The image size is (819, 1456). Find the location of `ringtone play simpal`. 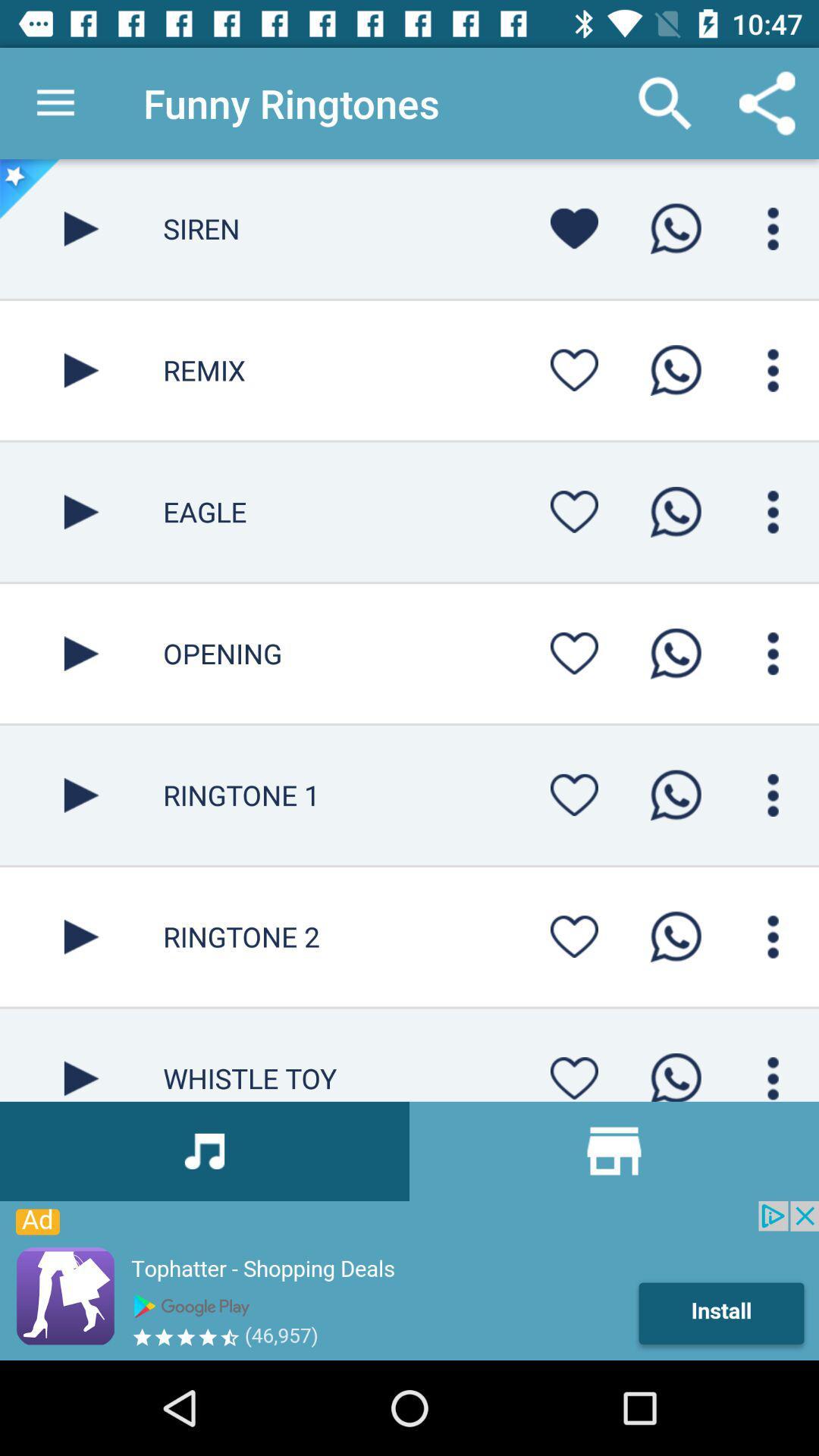

ringtone play simpal is located at coordinates (81, 936).